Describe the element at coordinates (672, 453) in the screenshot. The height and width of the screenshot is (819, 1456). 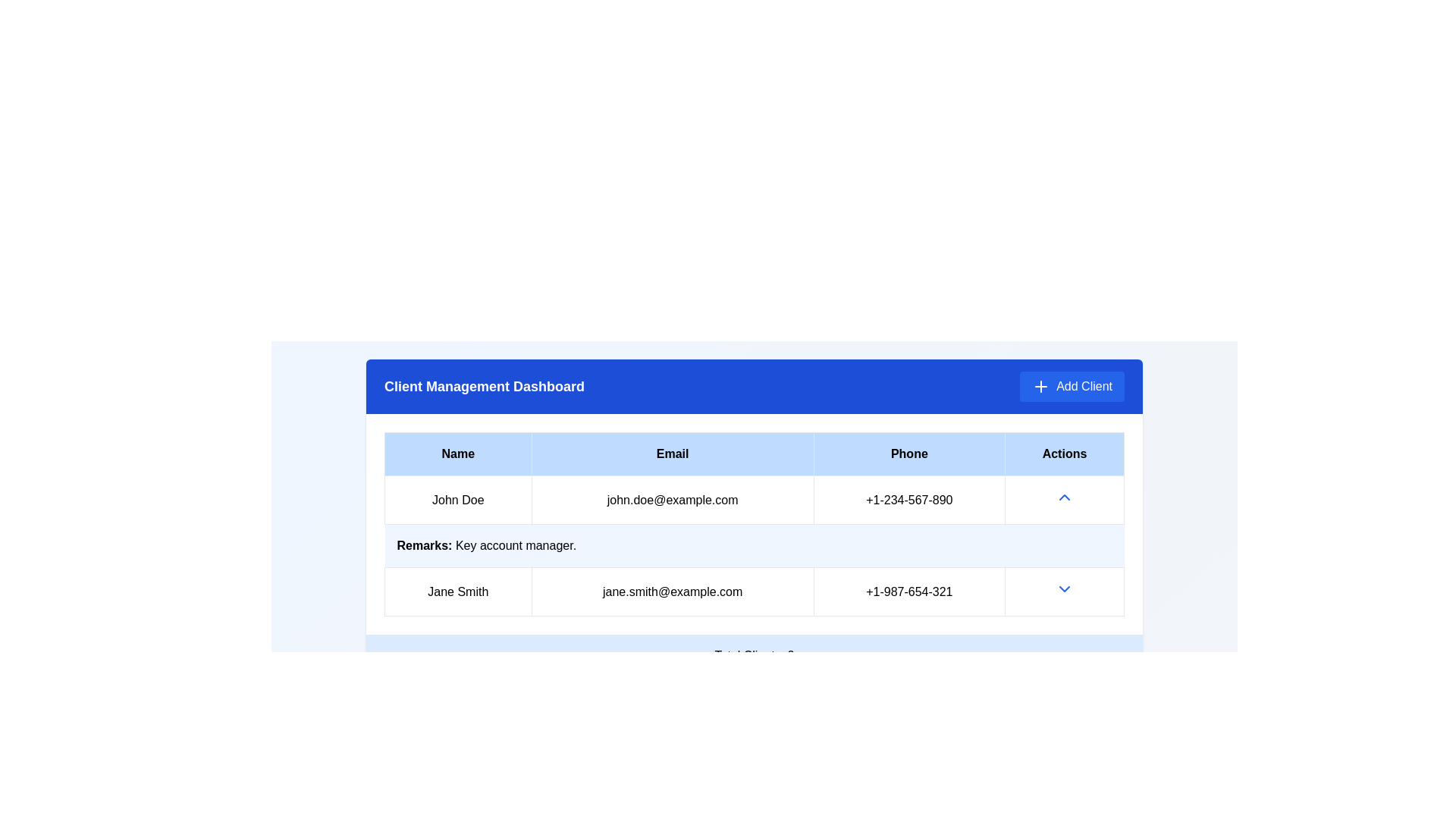
I see `the header text label displaying 'Email', which is bolded in black on a light blue background, positioned in the second column of the header row in a table-like layout` at that location.